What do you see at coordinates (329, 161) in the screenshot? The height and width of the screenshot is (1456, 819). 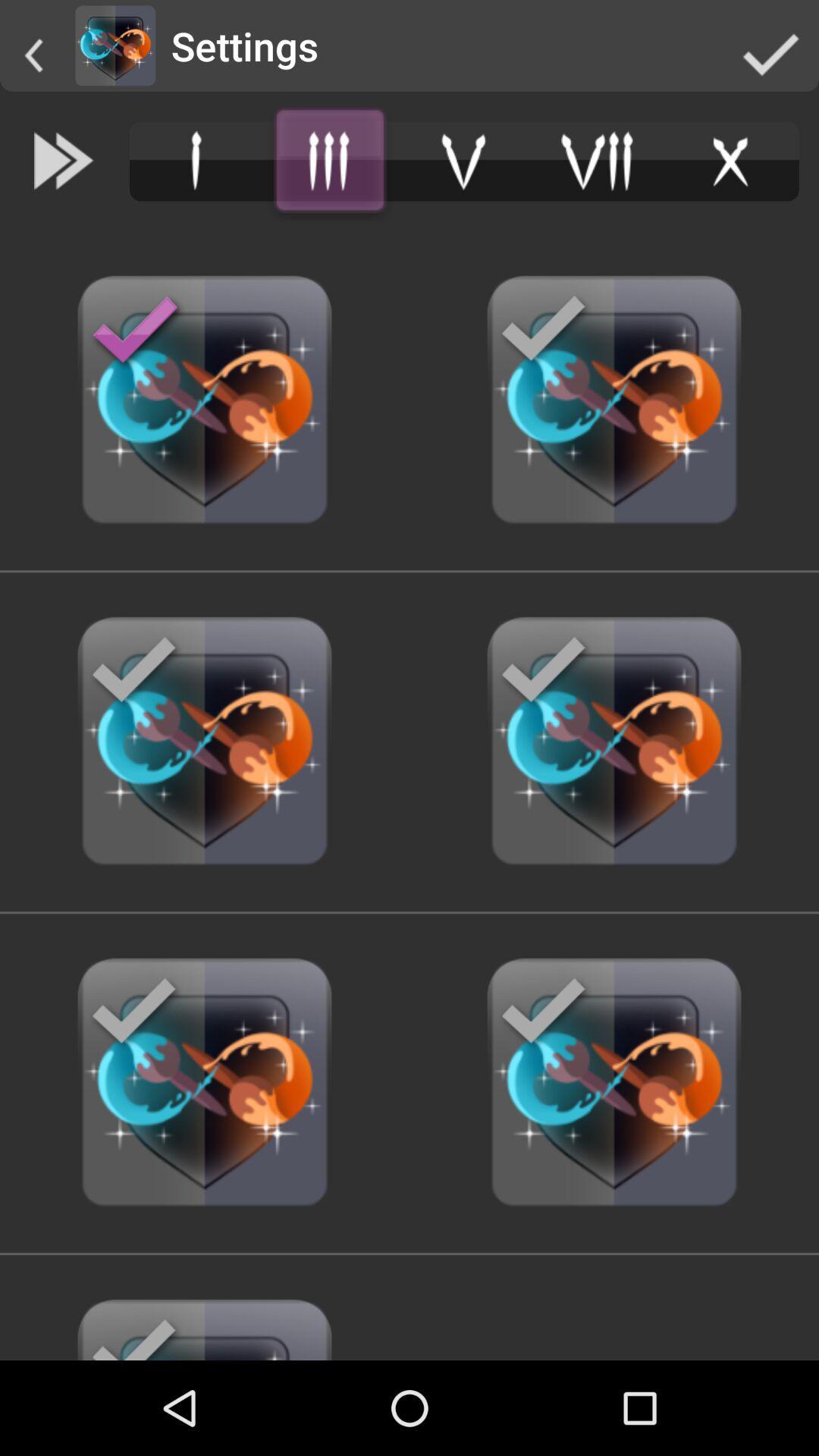 I see `more` at bounding box center [329, 161].